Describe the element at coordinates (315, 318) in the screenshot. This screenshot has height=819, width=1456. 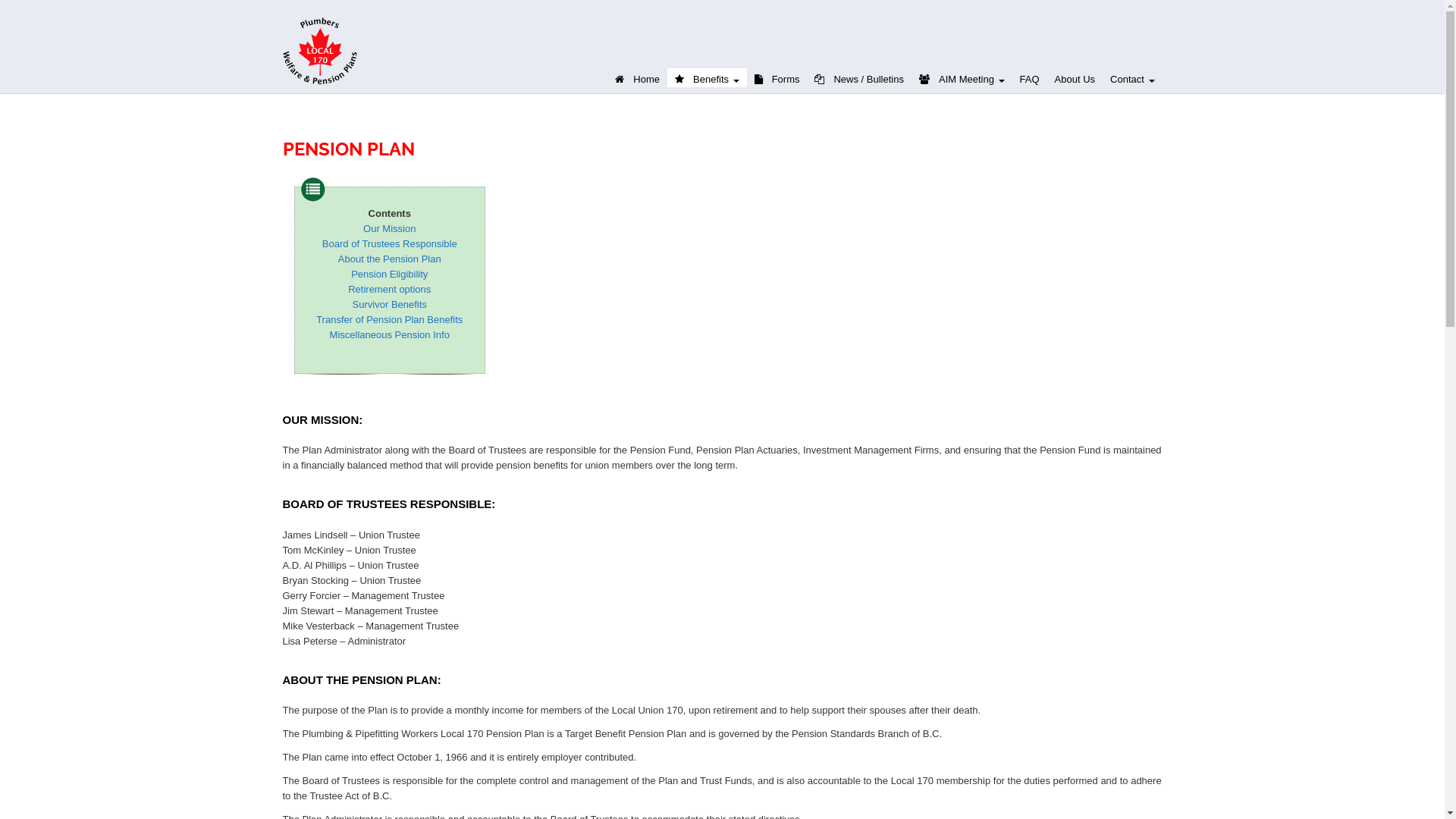
I see `'Transfer of Pension Plan Benefits'` at that location.